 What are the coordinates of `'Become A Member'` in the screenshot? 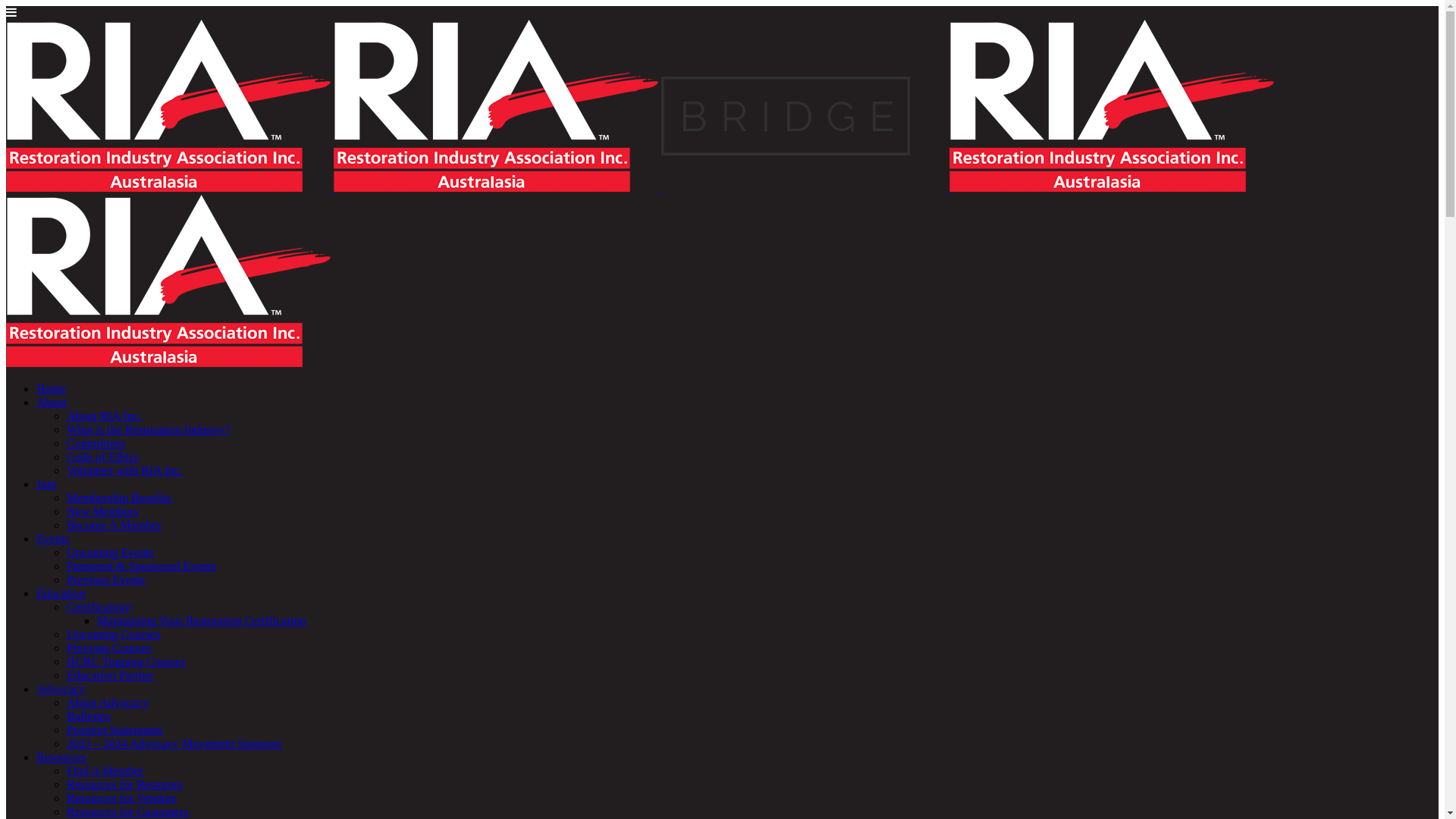 It's located at (112, 524).